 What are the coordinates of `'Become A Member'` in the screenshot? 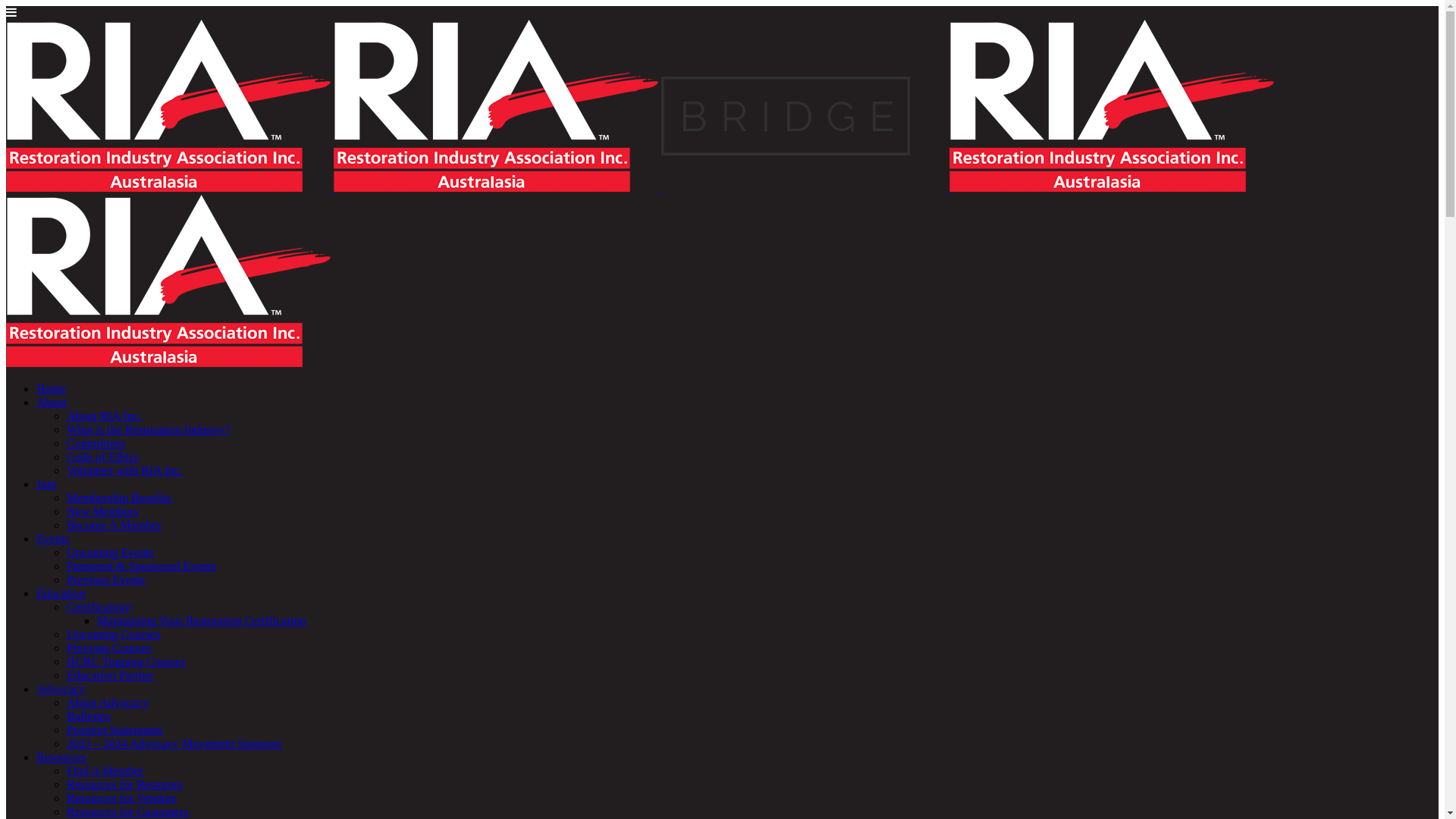 It's located at (112, 524).